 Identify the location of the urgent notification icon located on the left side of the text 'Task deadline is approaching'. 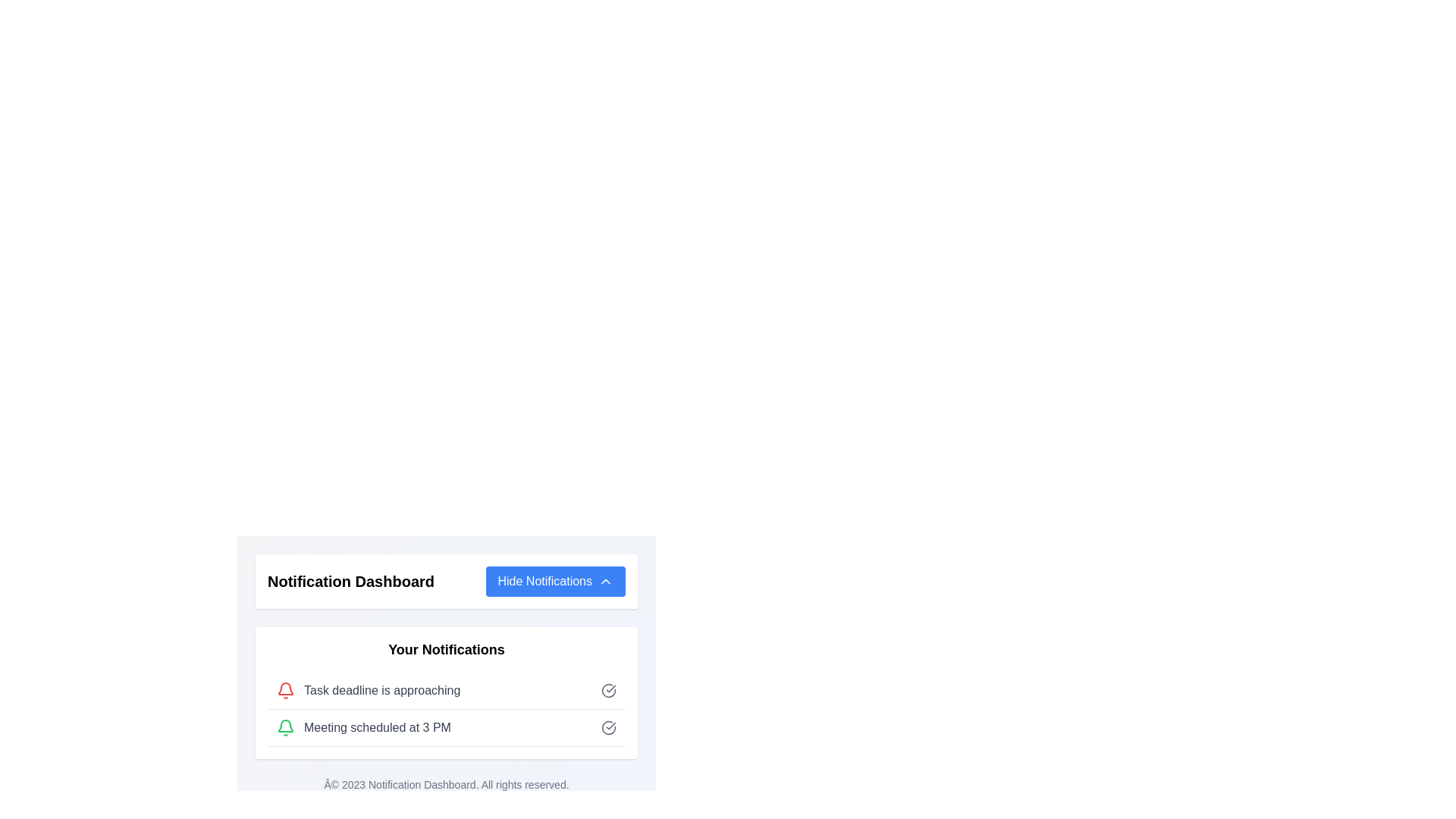
(286, 690).